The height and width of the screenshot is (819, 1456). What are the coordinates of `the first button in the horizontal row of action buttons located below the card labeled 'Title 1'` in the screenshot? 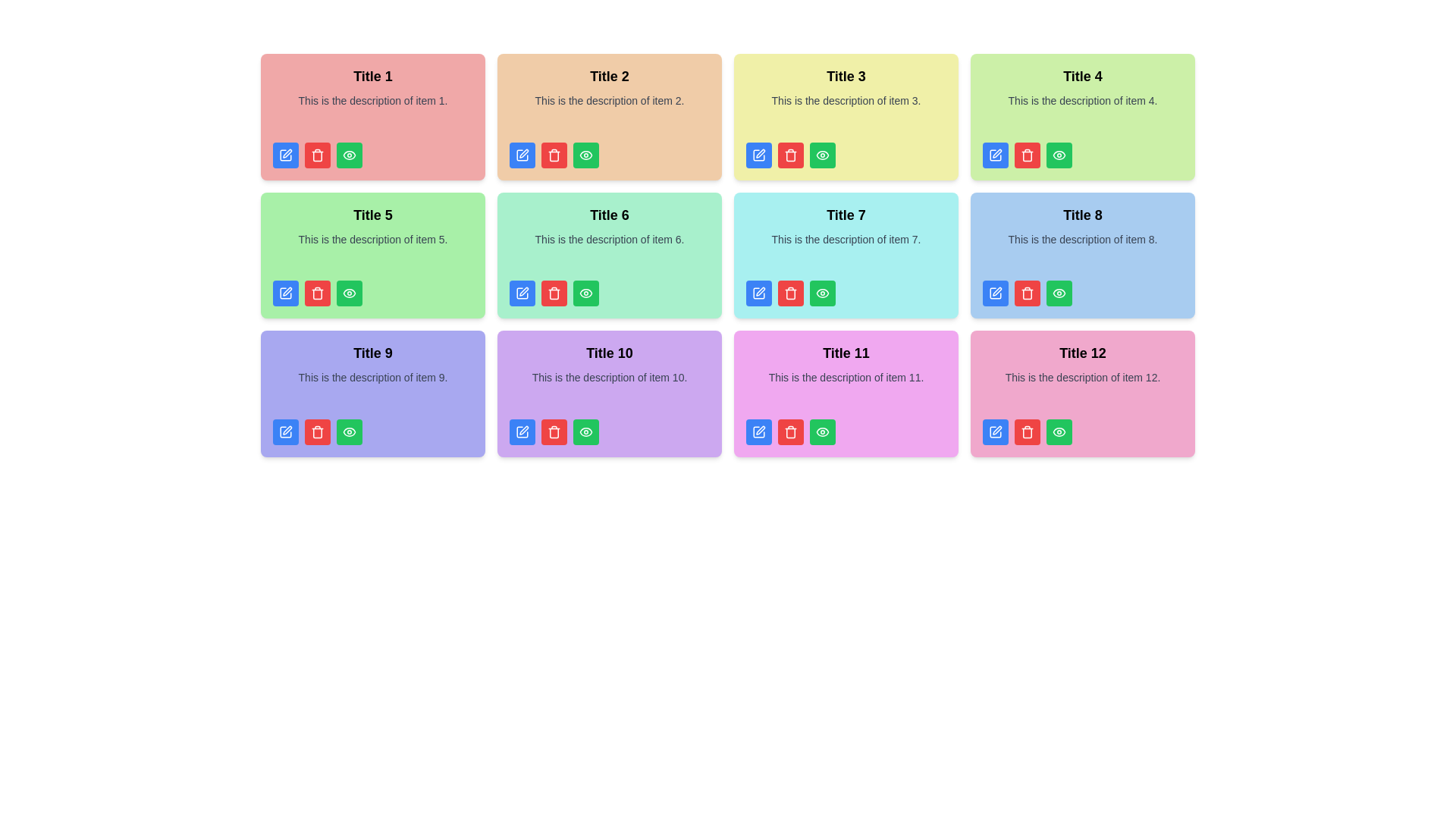 It's located at (286, 155).